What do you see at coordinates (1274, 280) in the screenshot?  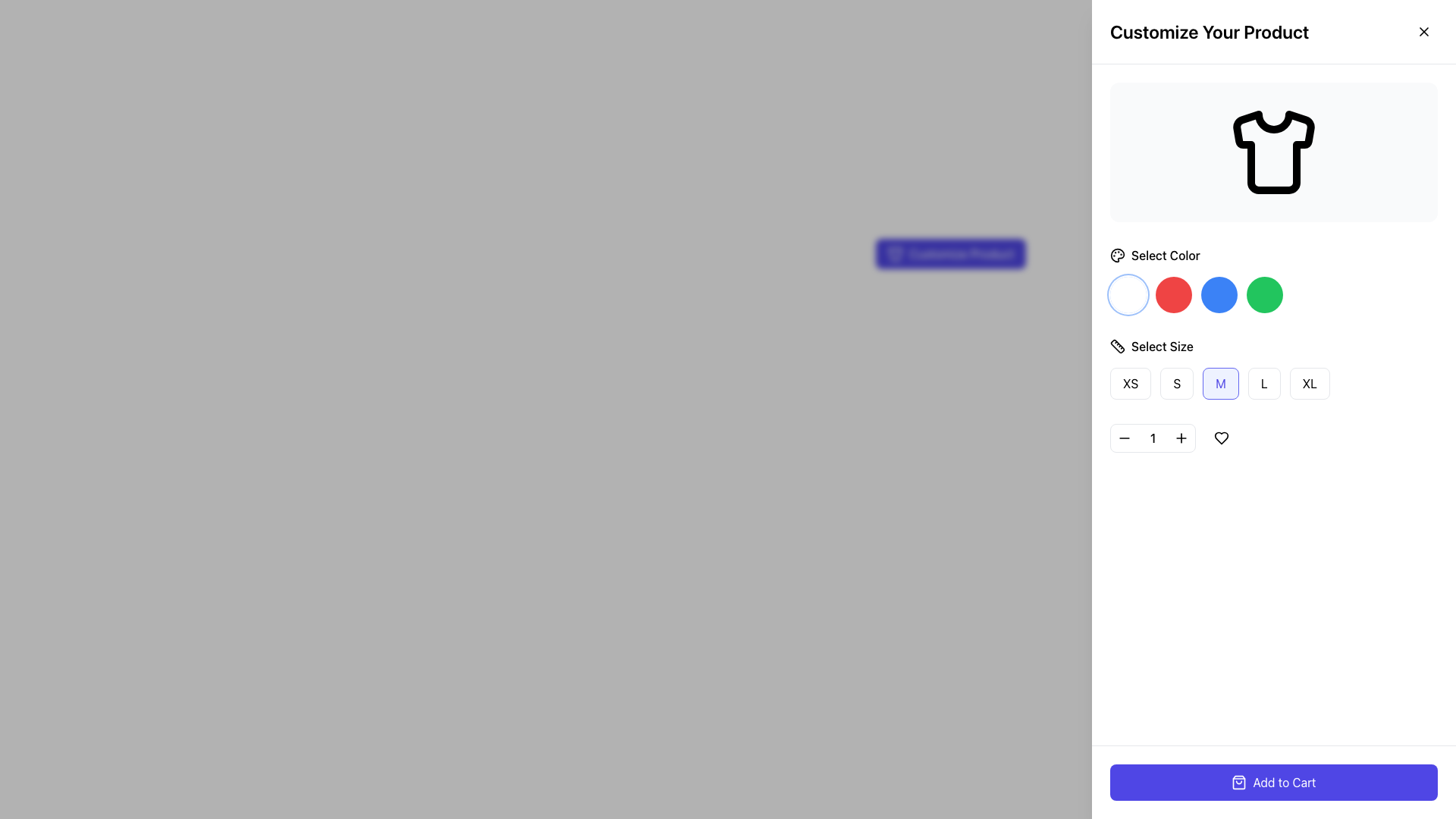 I see `the green circular color selector button, which is the fourth in a row of color options` at bounding box center [1274, 280].